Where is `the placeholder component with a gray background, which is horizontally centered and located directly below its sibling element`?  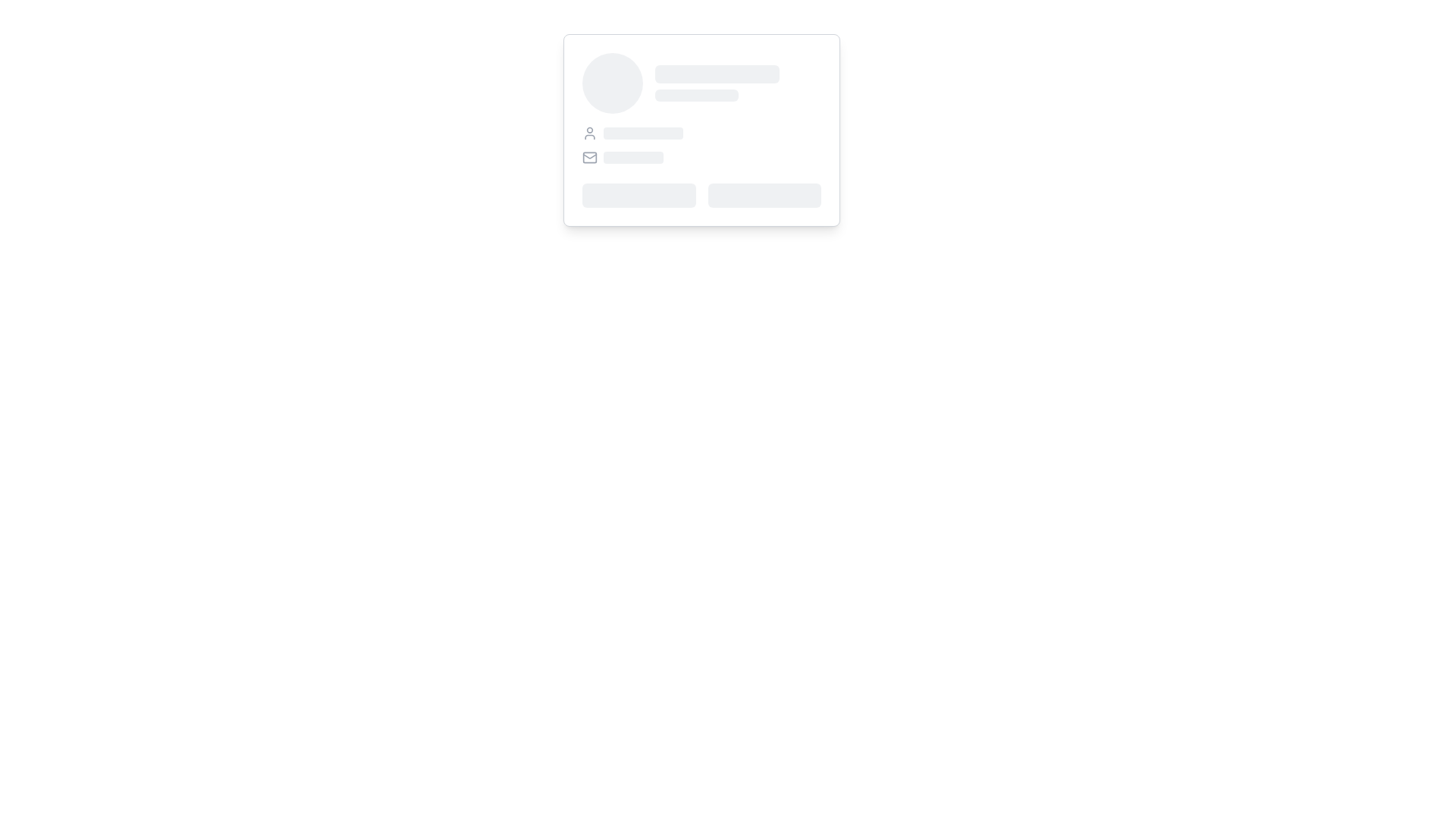
the placeholder component with a gray background, which is horizontally centered and located directly below its sibling element is located at coordinates (695, 96).